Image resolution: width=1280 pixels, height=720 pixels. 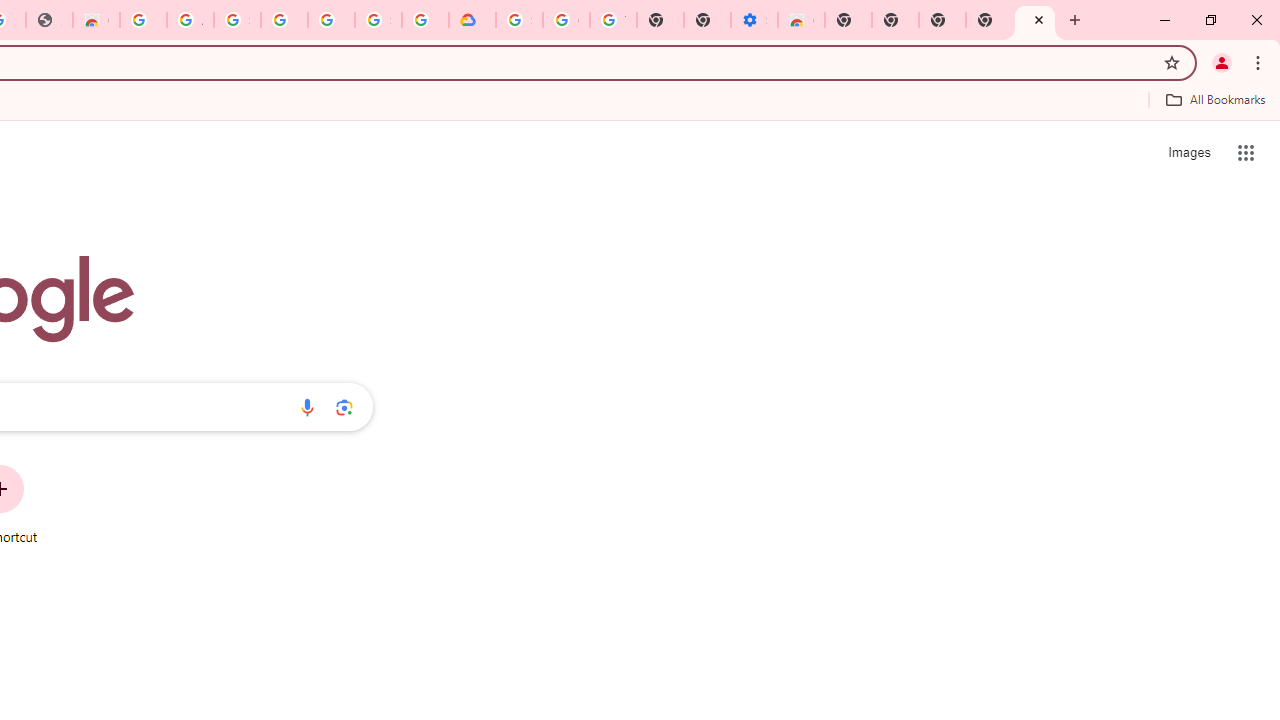 I want to click on 'New Tab', so click(x=989, y=20).